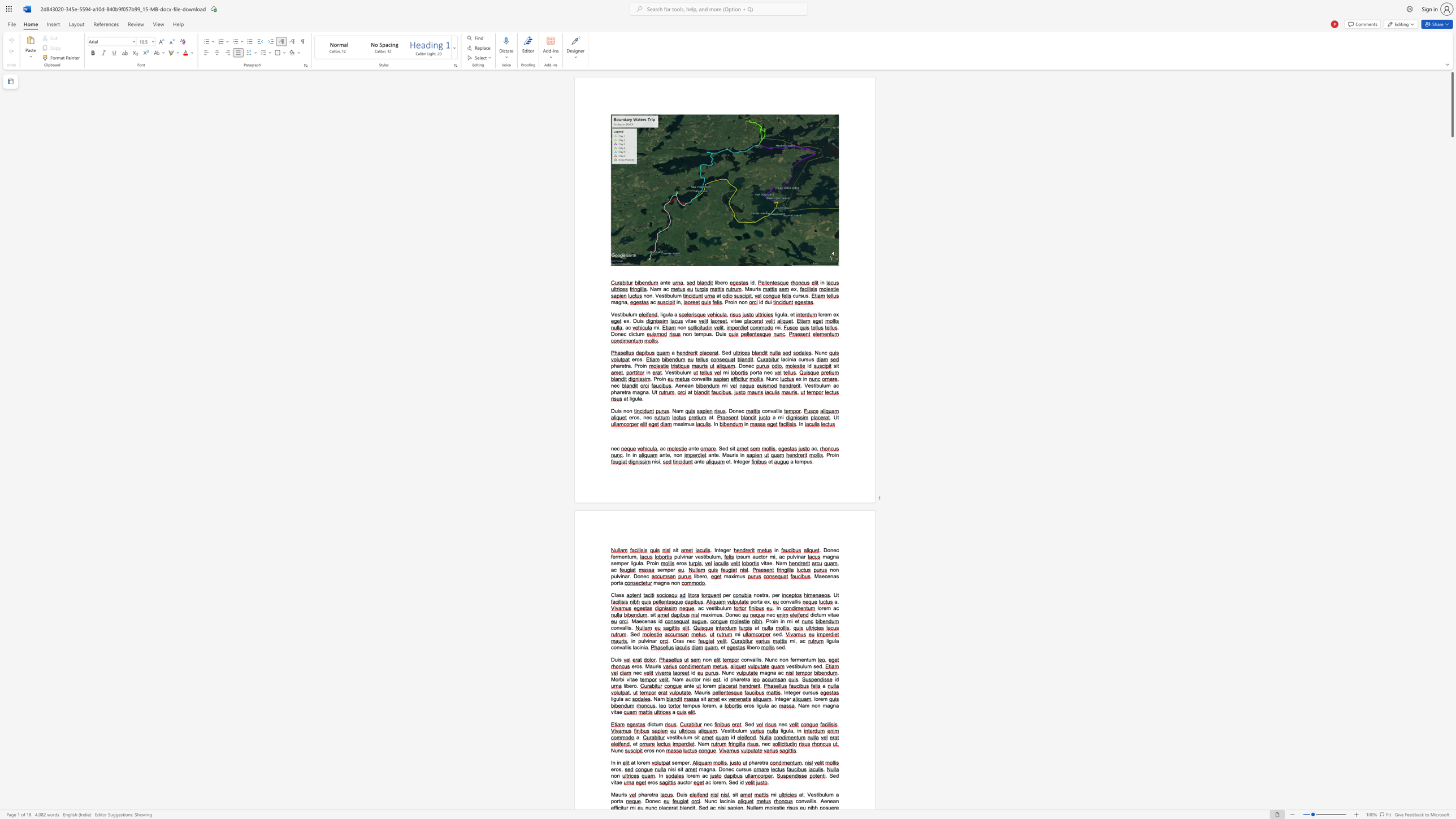  I want to click on the 1th character "n" in the text, so click(786, 692).